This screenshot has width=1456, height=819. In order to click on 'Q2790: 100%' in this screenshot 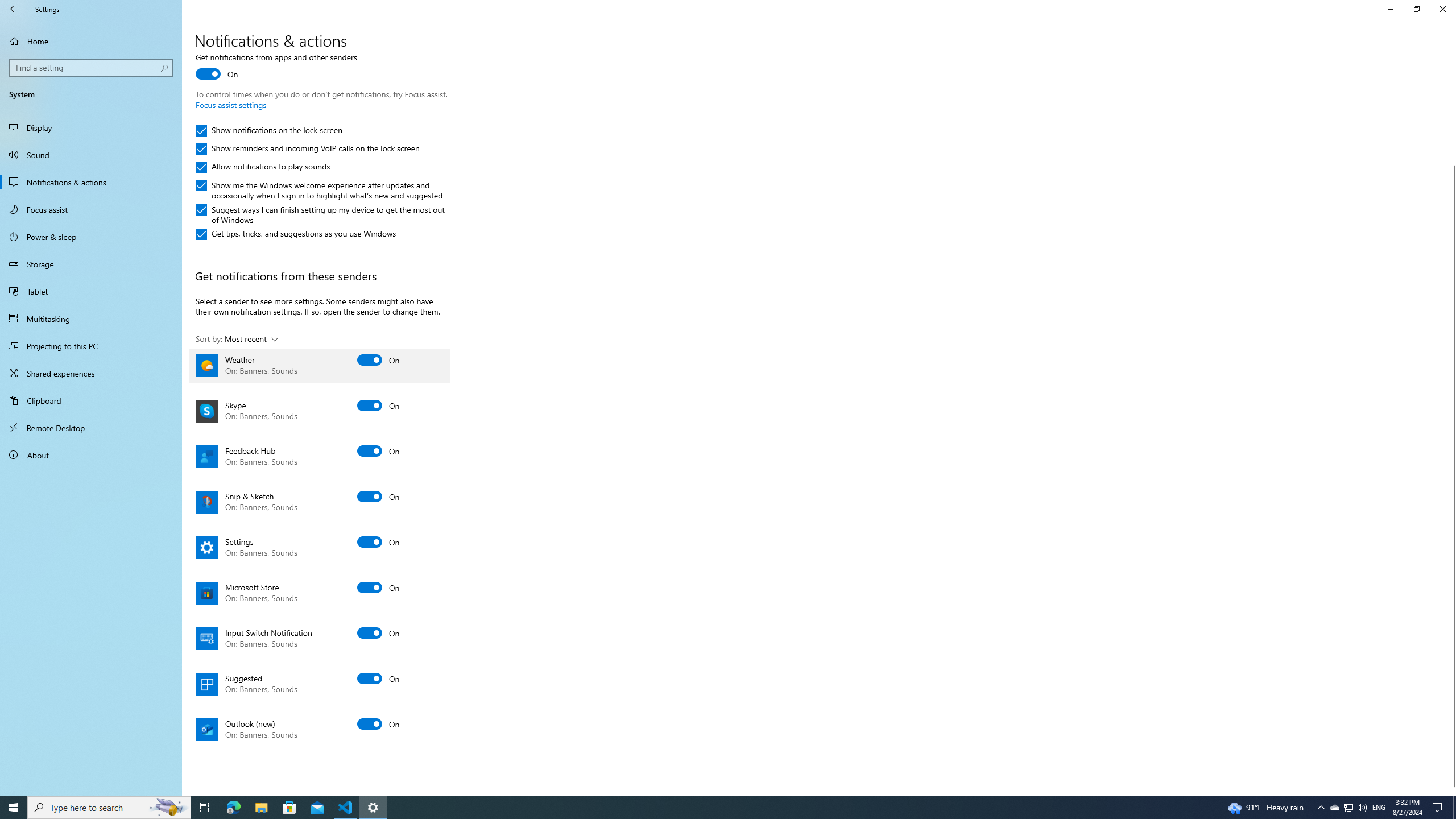, I will do `click(1361, 806)`.